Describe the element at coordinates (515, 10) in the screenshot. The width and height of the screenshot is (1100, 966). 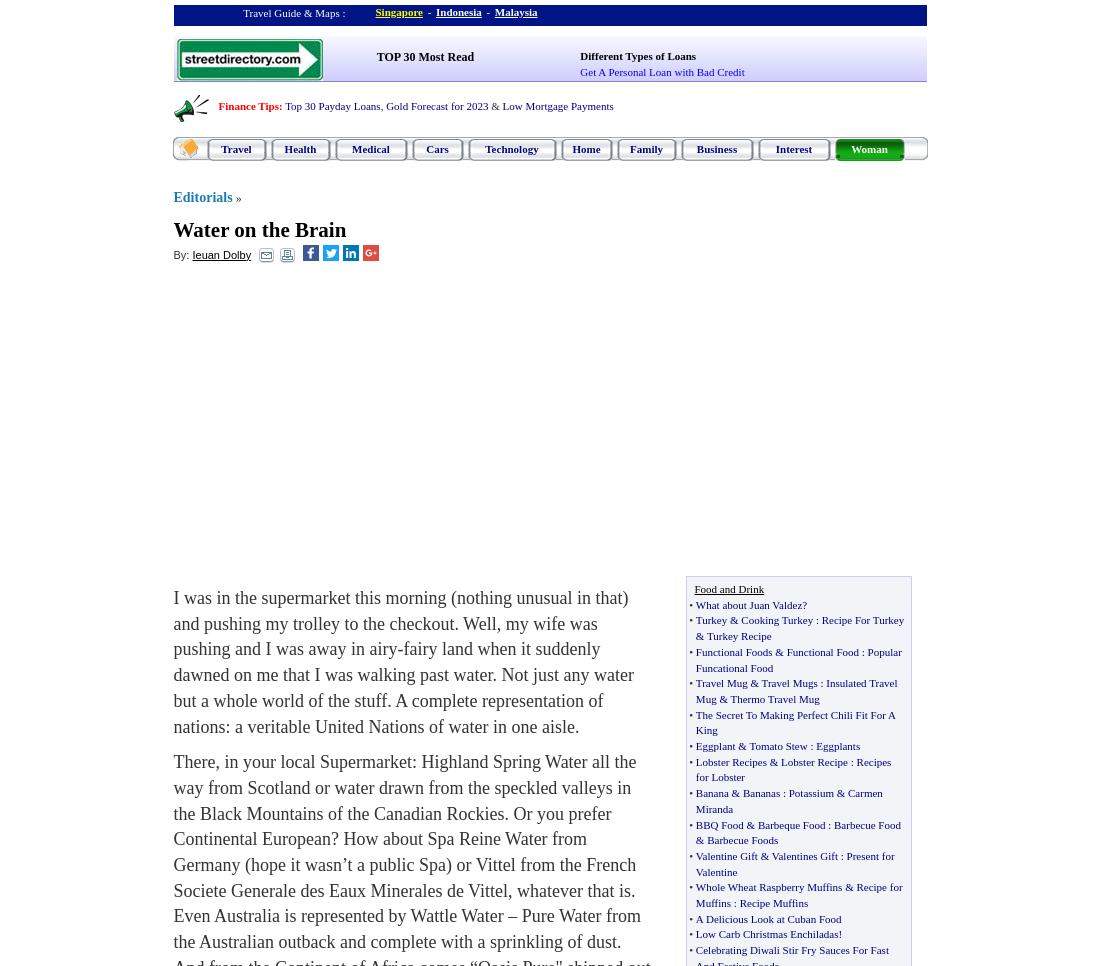
I see `'Malaysia'` at that location.